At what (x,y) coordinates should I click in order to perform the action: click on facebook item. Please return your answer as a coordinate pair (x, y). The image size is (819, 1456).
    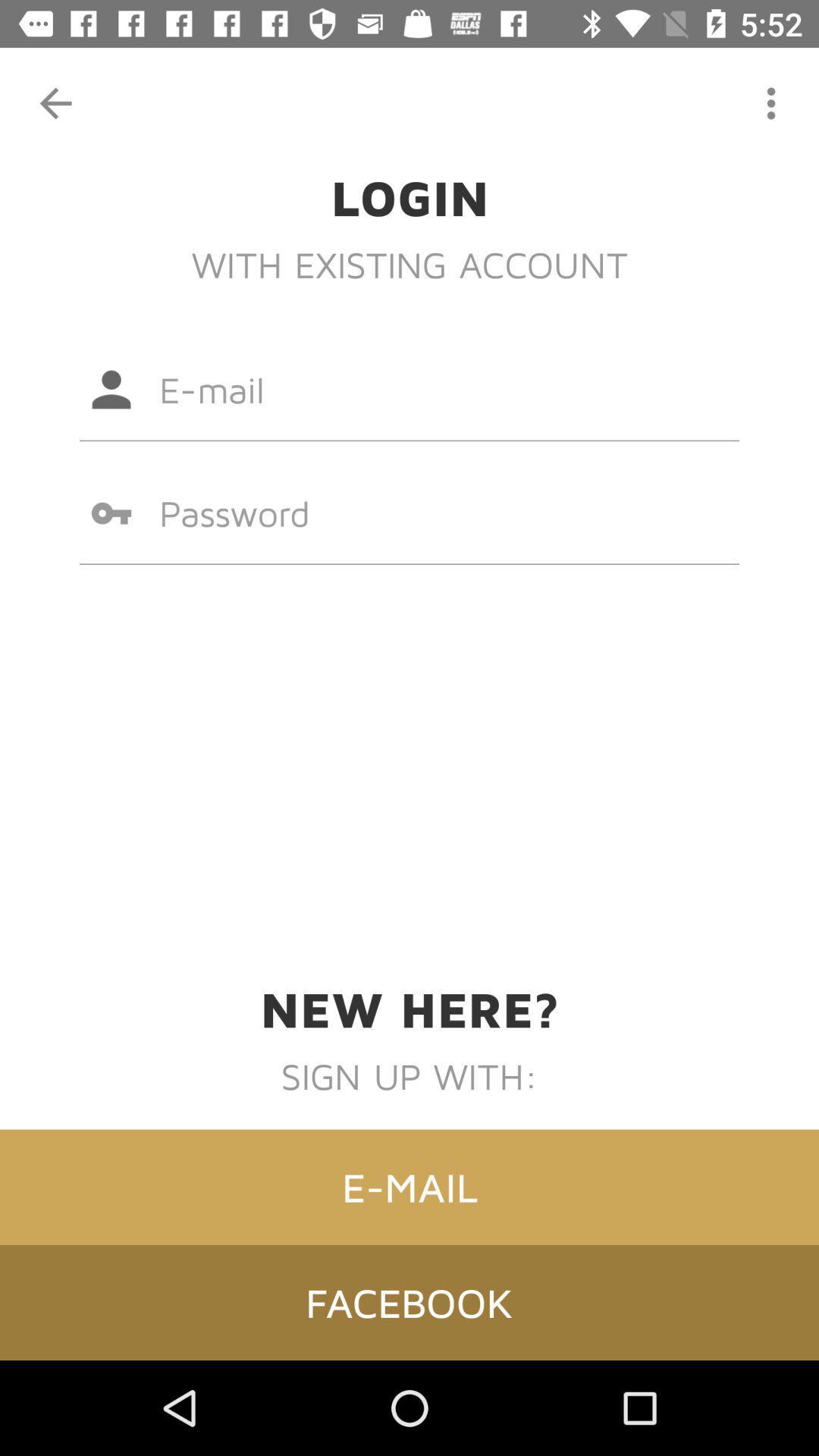
    Looking at the image, I should click on (409, 1301).